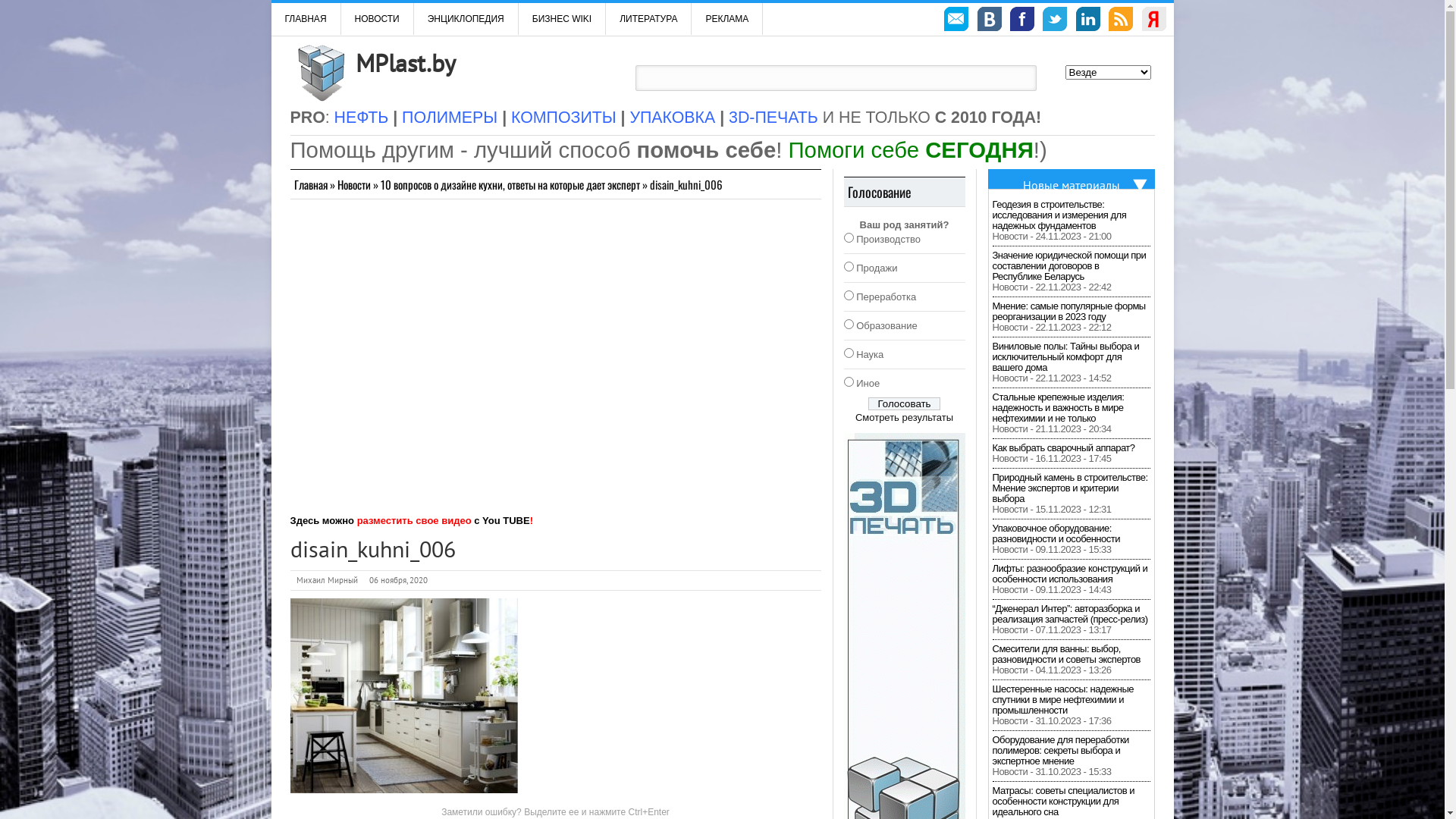  I want to click on 'Twitter Mplast.by', so click(1054, 20).